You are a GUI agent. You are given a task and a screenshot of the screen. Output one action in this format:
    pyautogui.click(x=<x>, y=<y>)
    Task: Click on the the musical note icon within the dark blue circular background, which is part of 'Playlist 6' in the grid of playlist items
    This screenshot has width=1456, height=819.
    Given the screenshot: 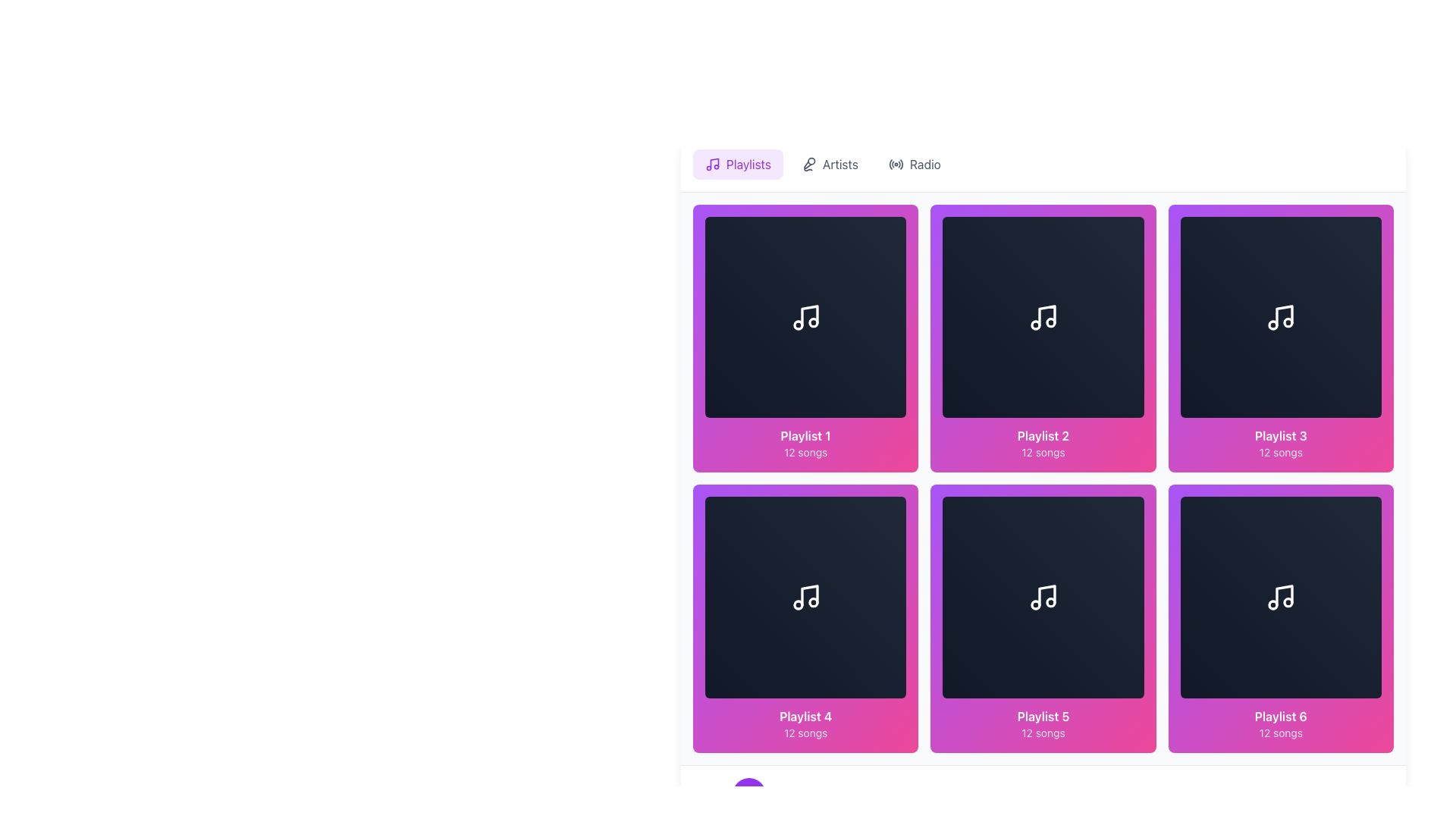 What is the action you would take?
    pyautogui.click(x=1280, y=596)
    